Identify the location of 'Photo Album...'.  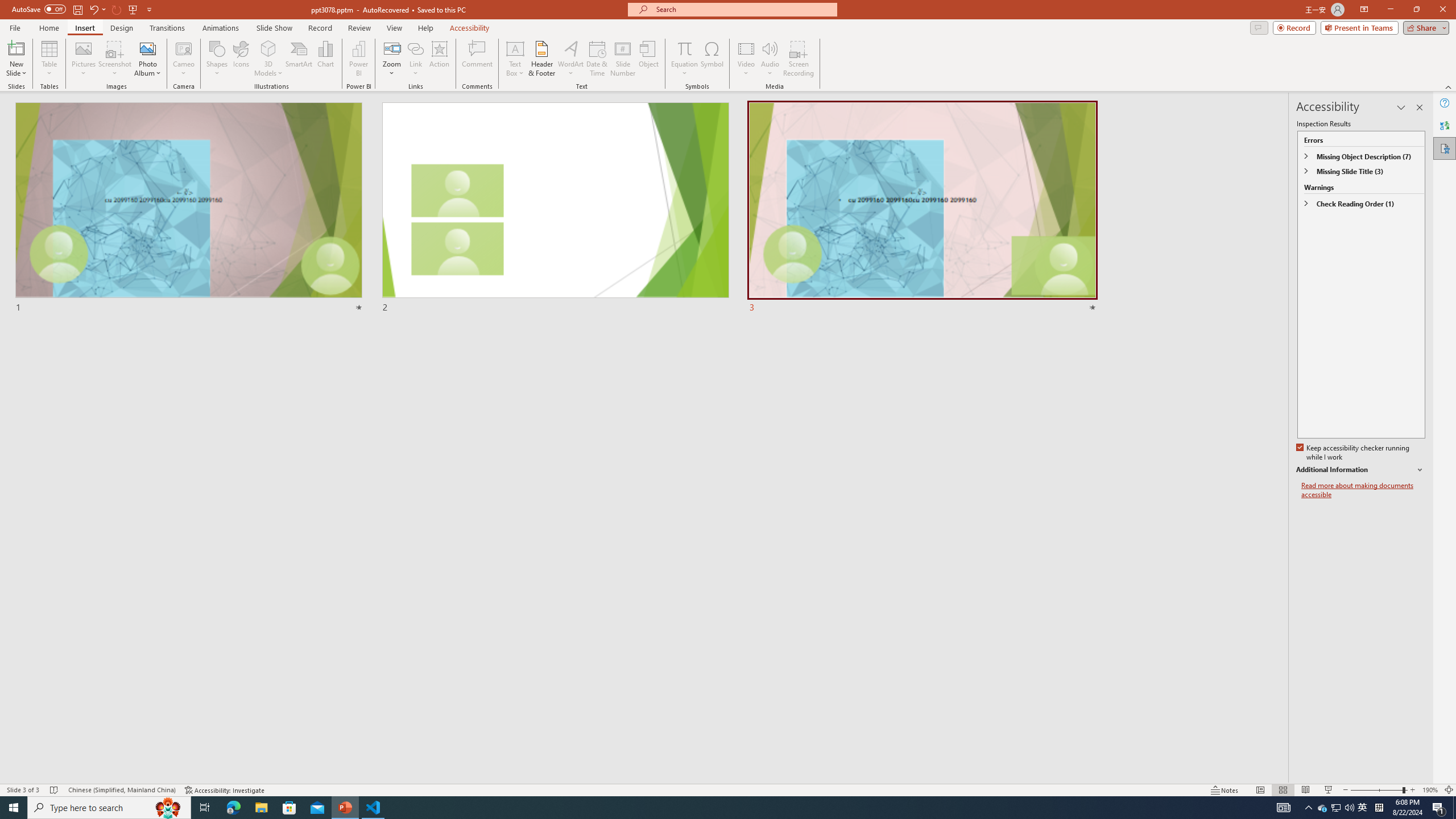
(147, 59).